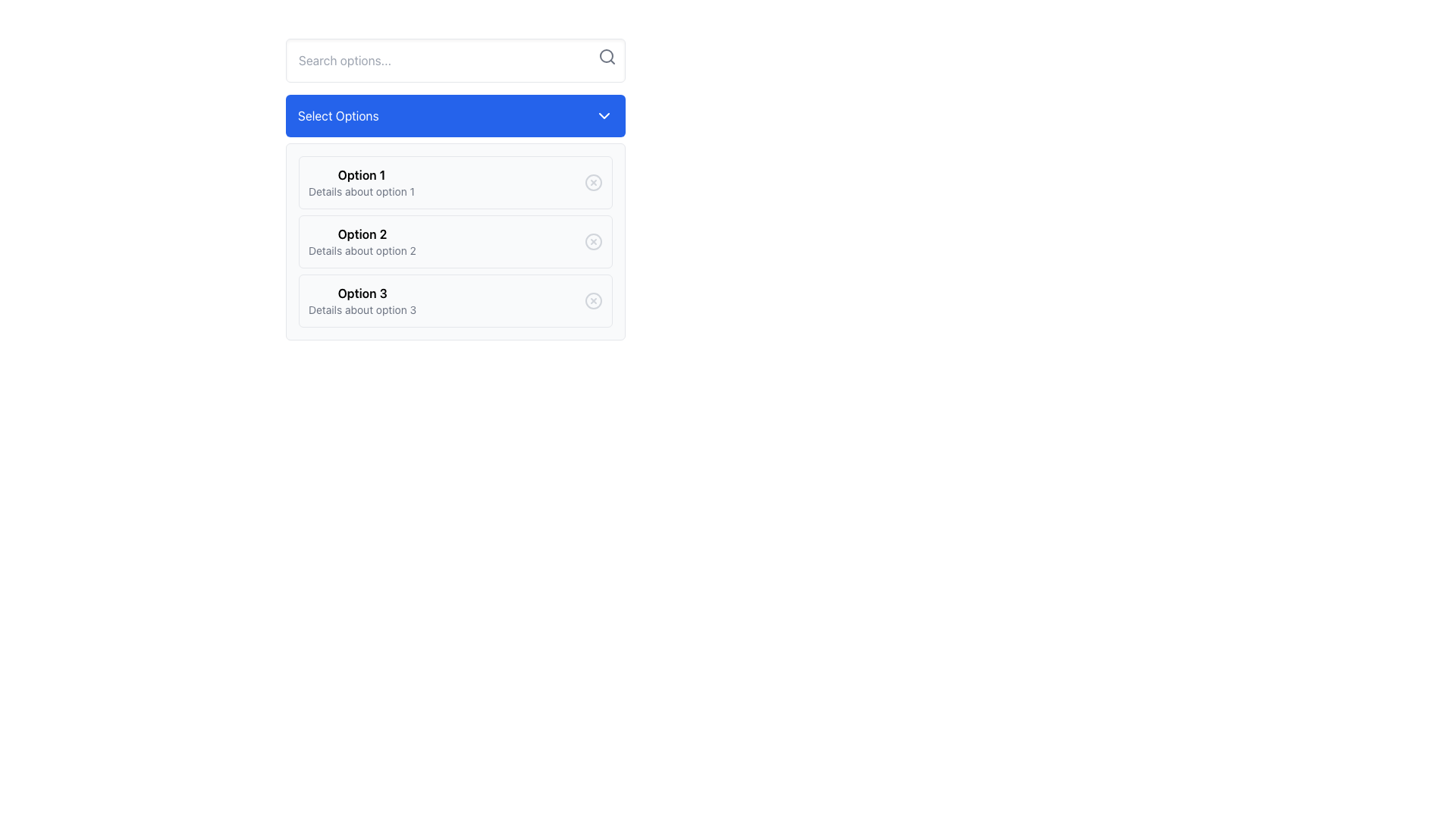 This screenshot has width=1456, height=819. Describe the element at coordinates (592, 301) in the screenshot. I see `the circular 'X' button in the upper-right corner of the 'Option 3' row` at that location.